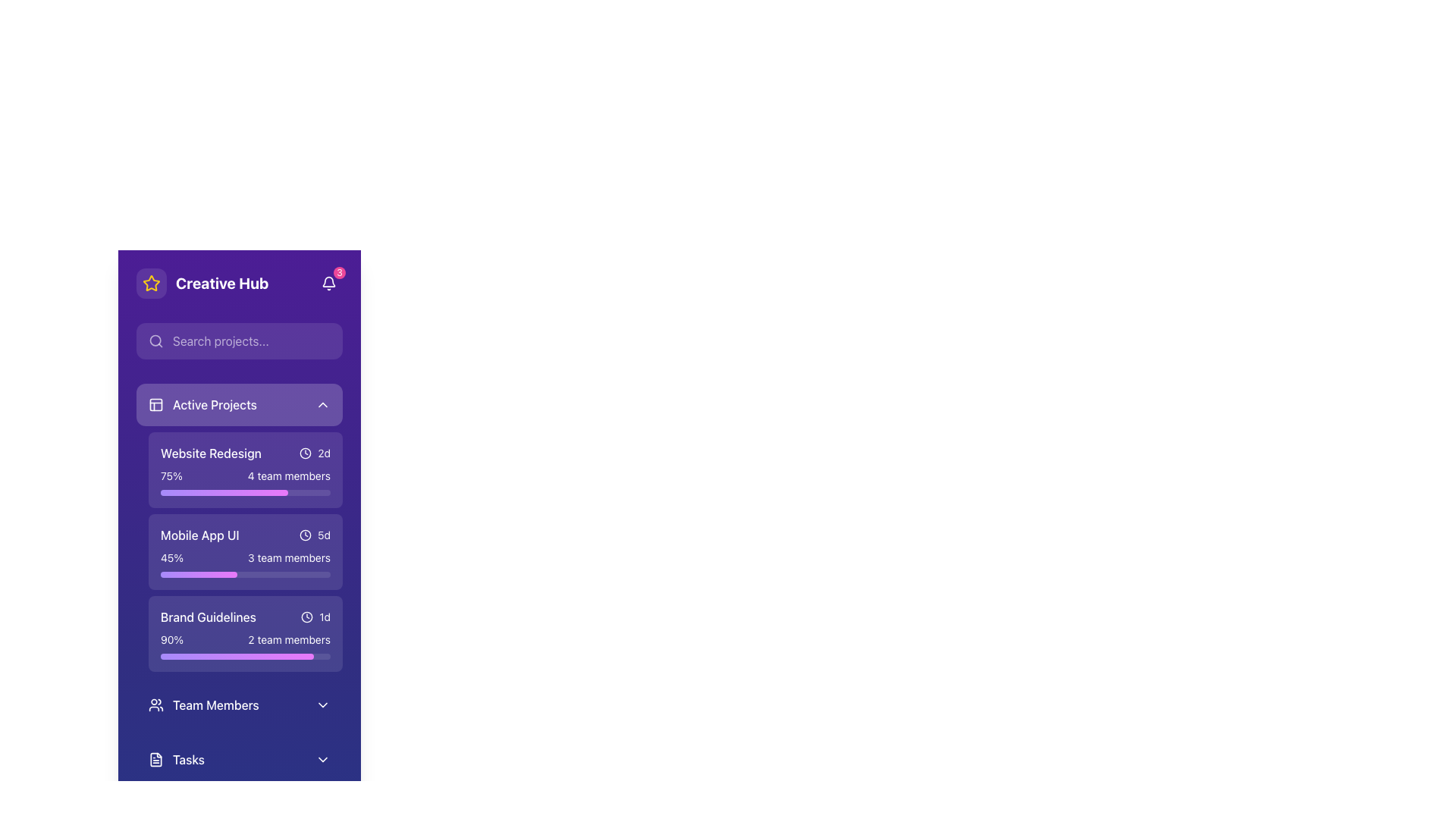 Image resolution: width=1456 pixels, height=819 pixels. I want to click on the Decorative SVG component located within the small square icon to the left of the 'Active Projects' section title in the sidebar, so click(156, 403).